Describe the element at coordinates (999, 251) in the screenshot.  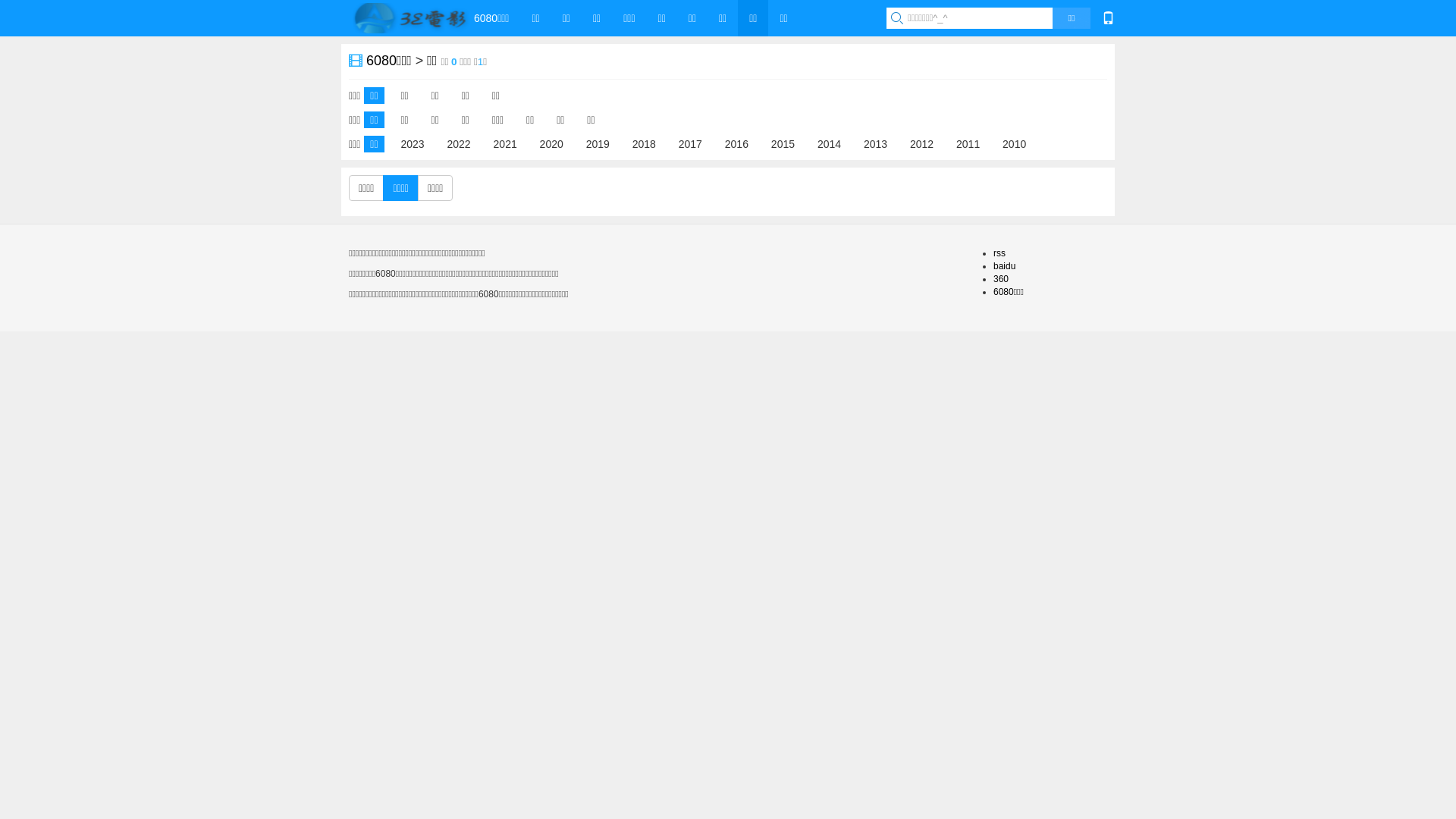
I see `'rss'` at that location.